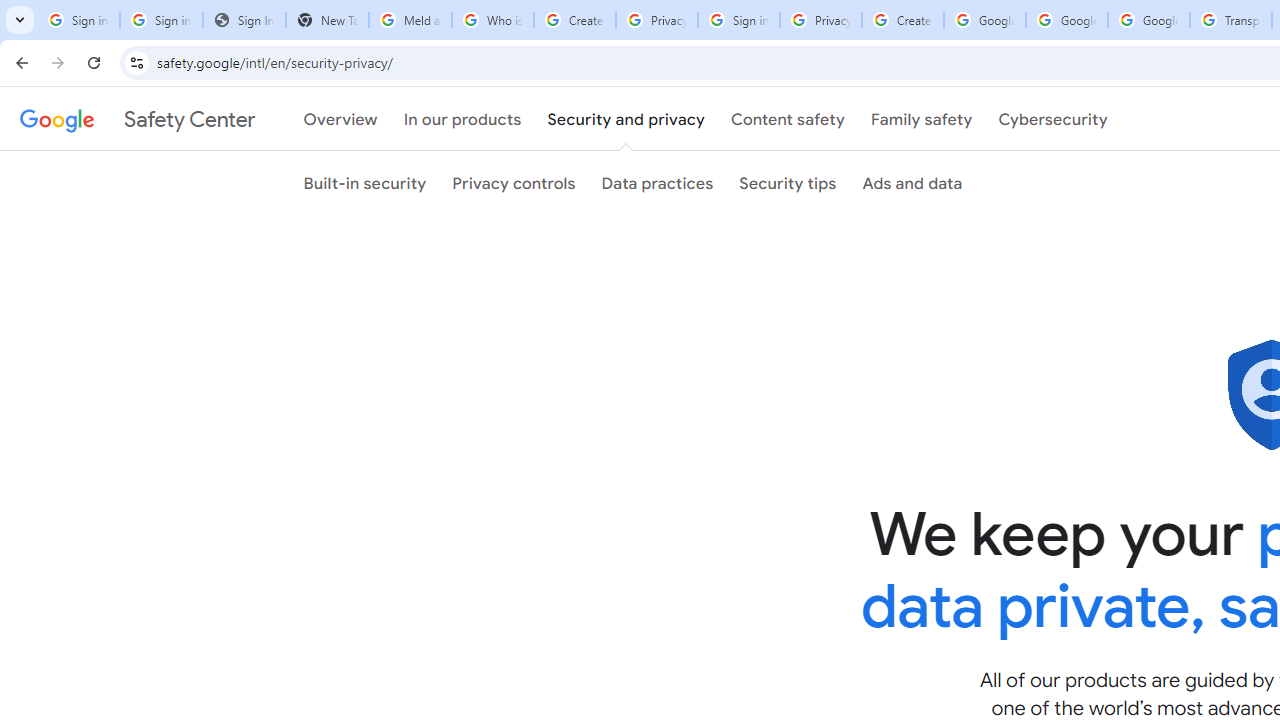 The width and height of the screenshot is (1280, 720). I want to click on 'Built-in security', so click(365, 183).